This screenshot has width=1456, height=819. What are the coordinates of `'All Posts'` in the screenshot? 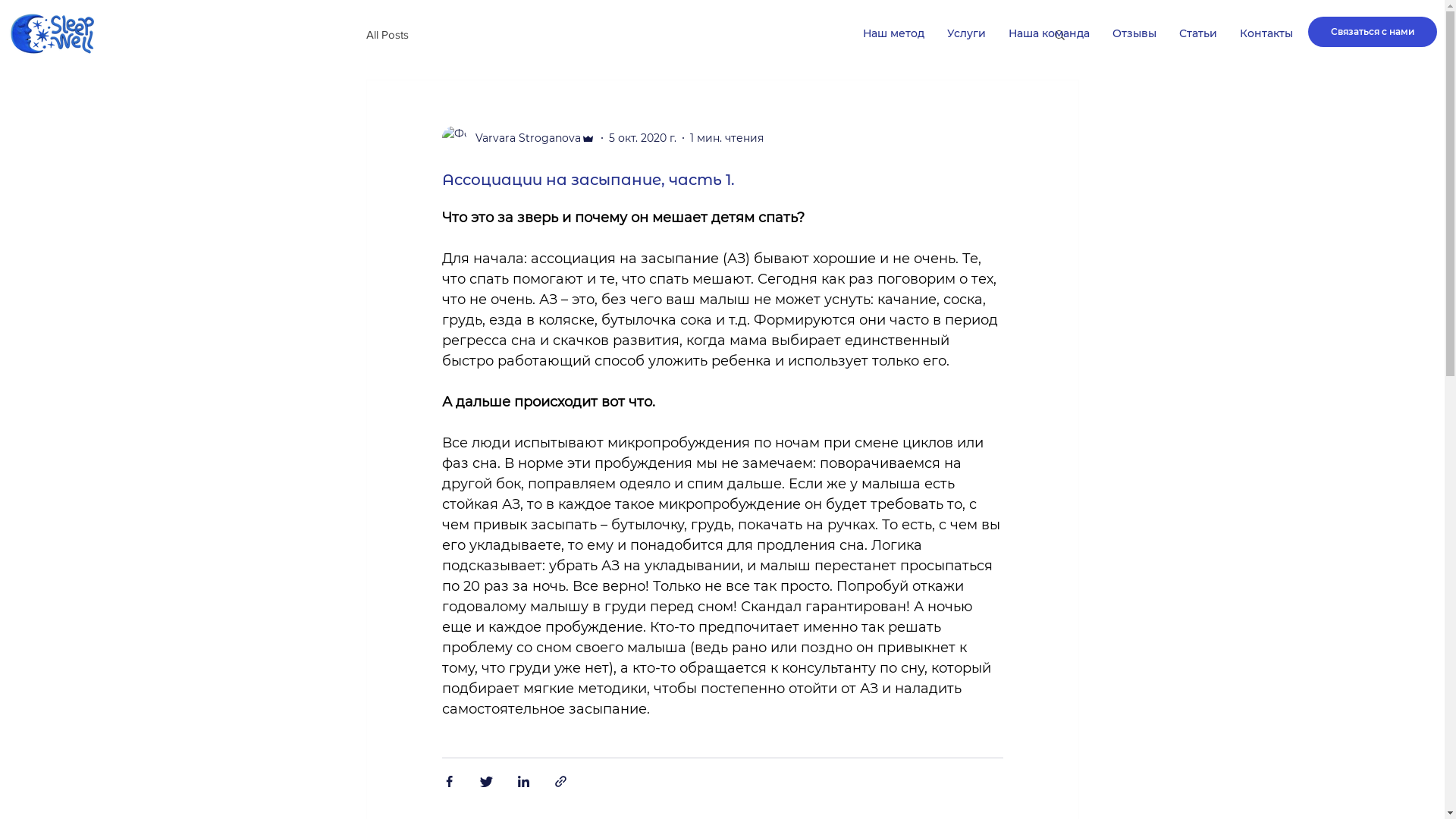 It's located at (386, 33).